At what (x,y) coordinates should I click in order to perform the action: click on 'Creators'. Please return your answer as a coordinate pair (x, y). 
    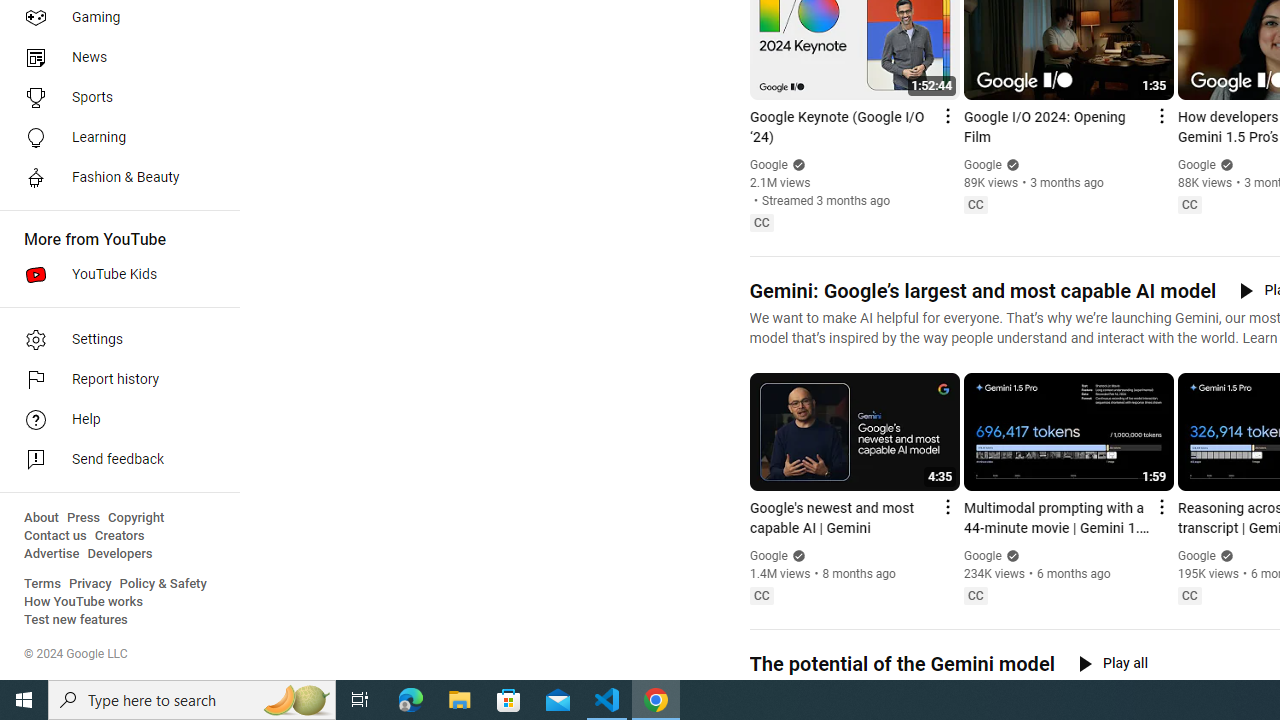
    Looking at the image, I should click on (118, 535).